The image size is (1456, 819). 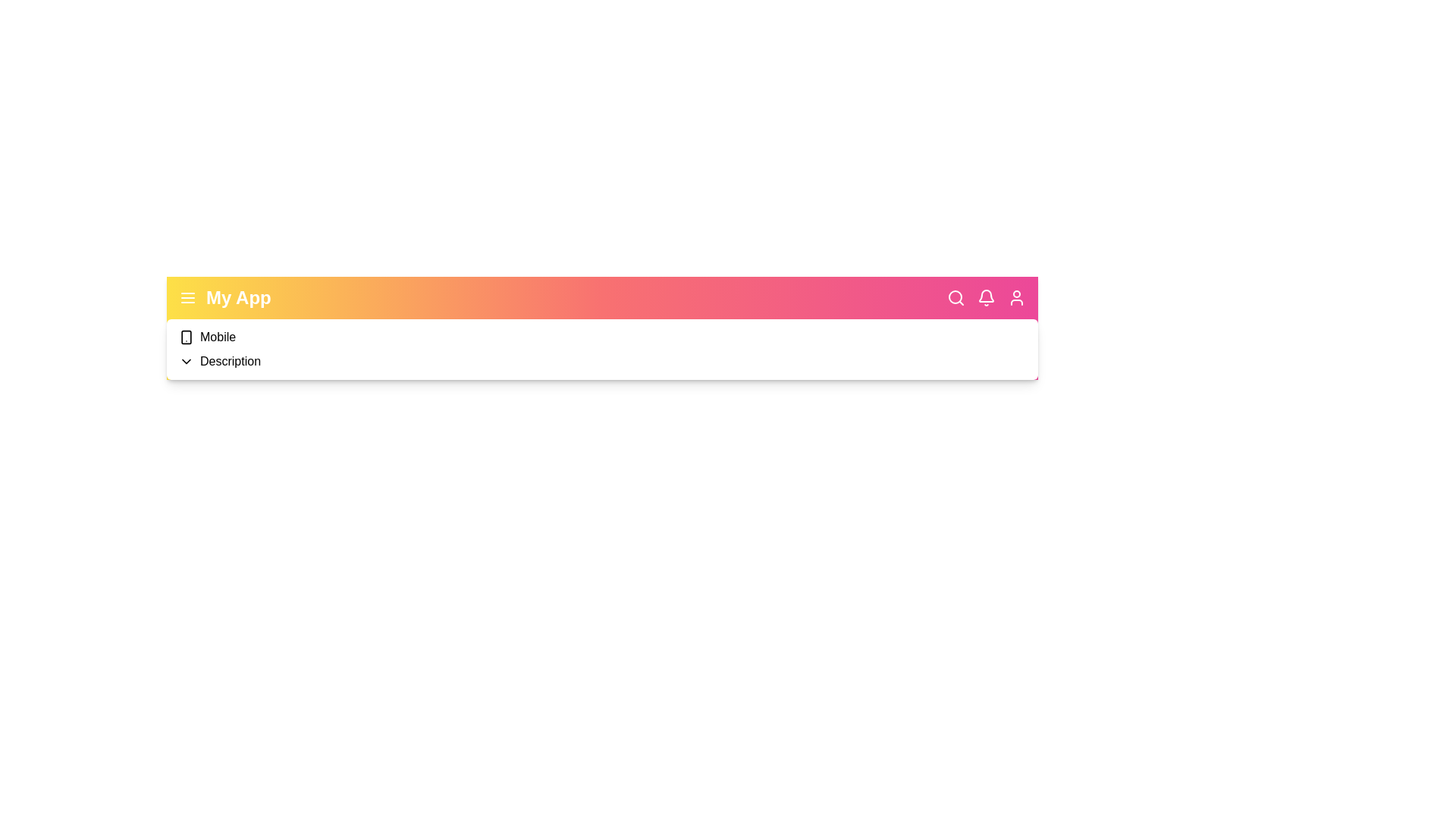 What do you see at coordinates (229, 362) in the screenshot?
I see `the 'Description' dropdown item` at bounding box center [229, 362].